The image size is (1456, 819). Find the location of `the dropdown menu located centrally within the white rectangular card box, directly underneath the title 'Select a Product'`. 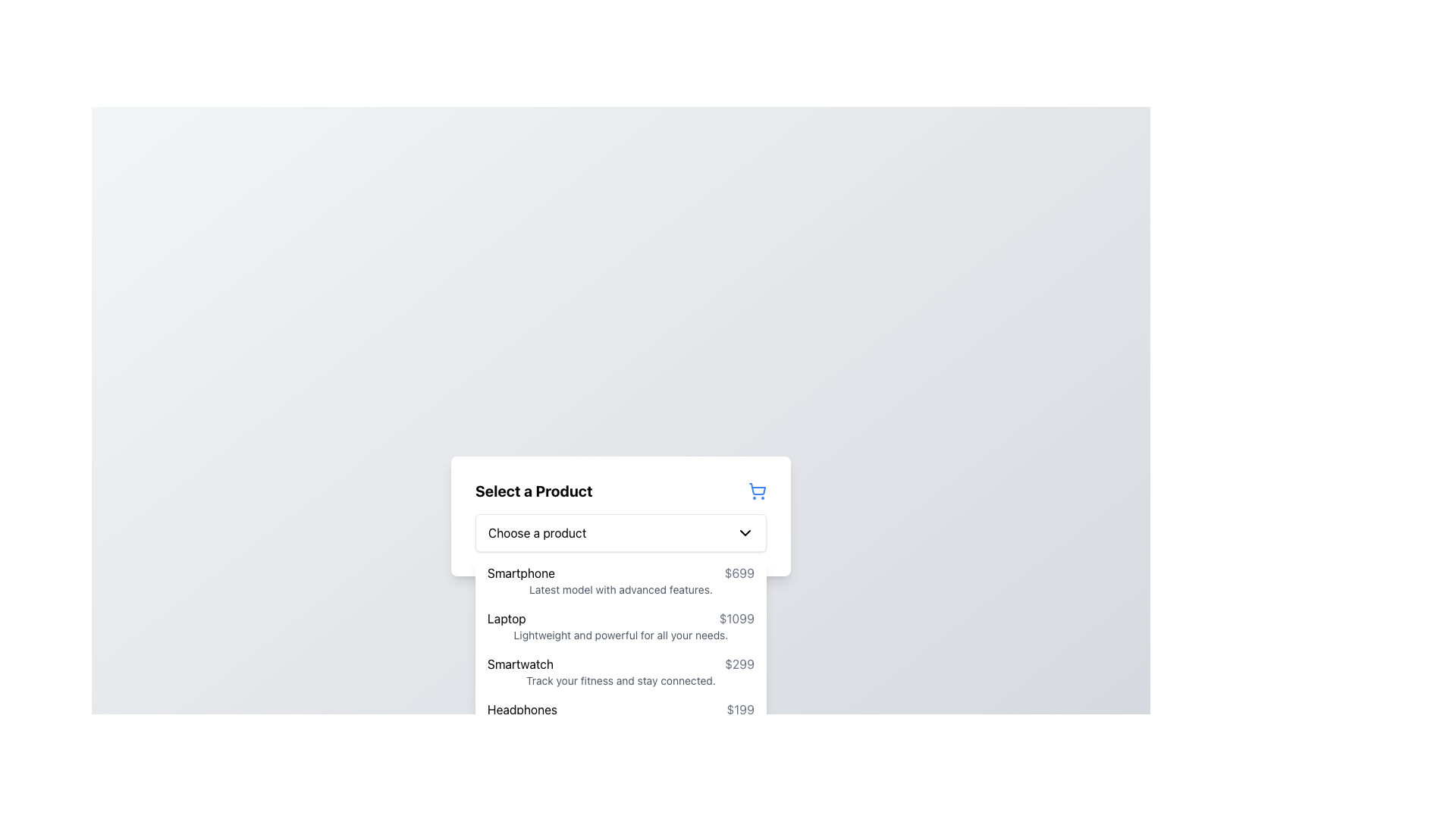

the dropdown menu located centrally within the white rectangular card box, directly underneath the title 'Select a Product' is located at coordinates (621, 532).